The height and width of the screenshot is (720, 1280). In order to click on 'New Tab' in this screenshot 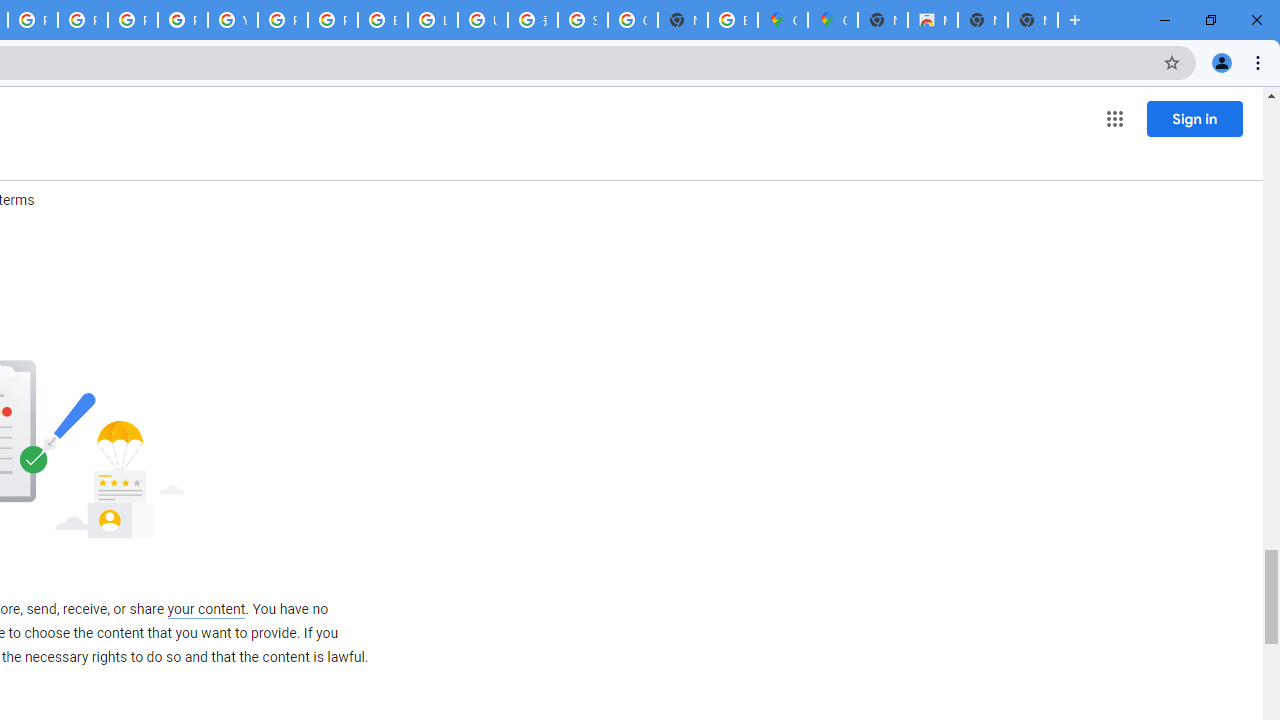, I will do `click(1074, 20)`.